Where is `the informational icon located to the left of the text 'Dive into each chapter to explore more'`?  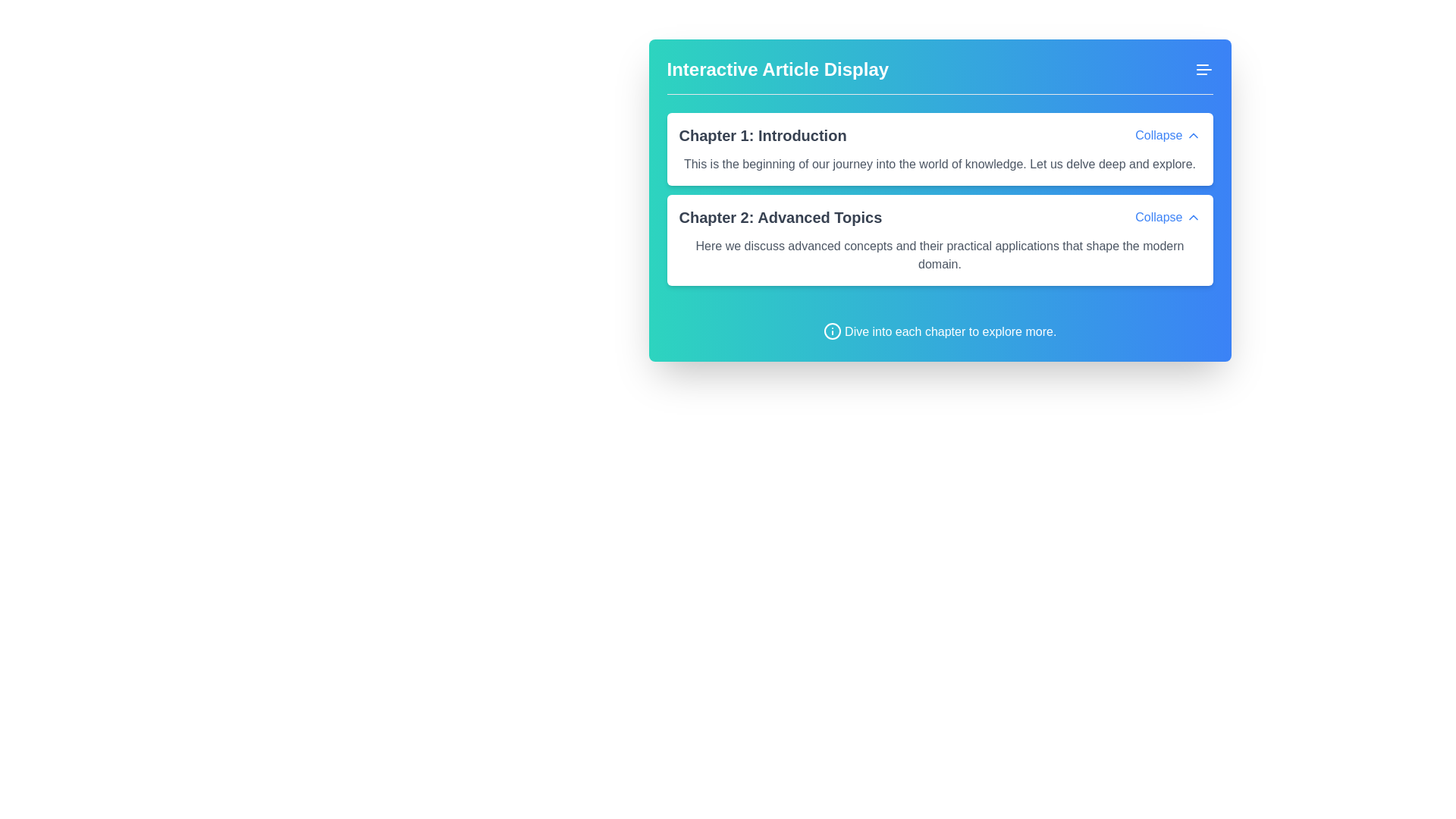
the informational icon located to the left of the text 'Dive into each chapter to explore more' is located at coordinates (831, 330).